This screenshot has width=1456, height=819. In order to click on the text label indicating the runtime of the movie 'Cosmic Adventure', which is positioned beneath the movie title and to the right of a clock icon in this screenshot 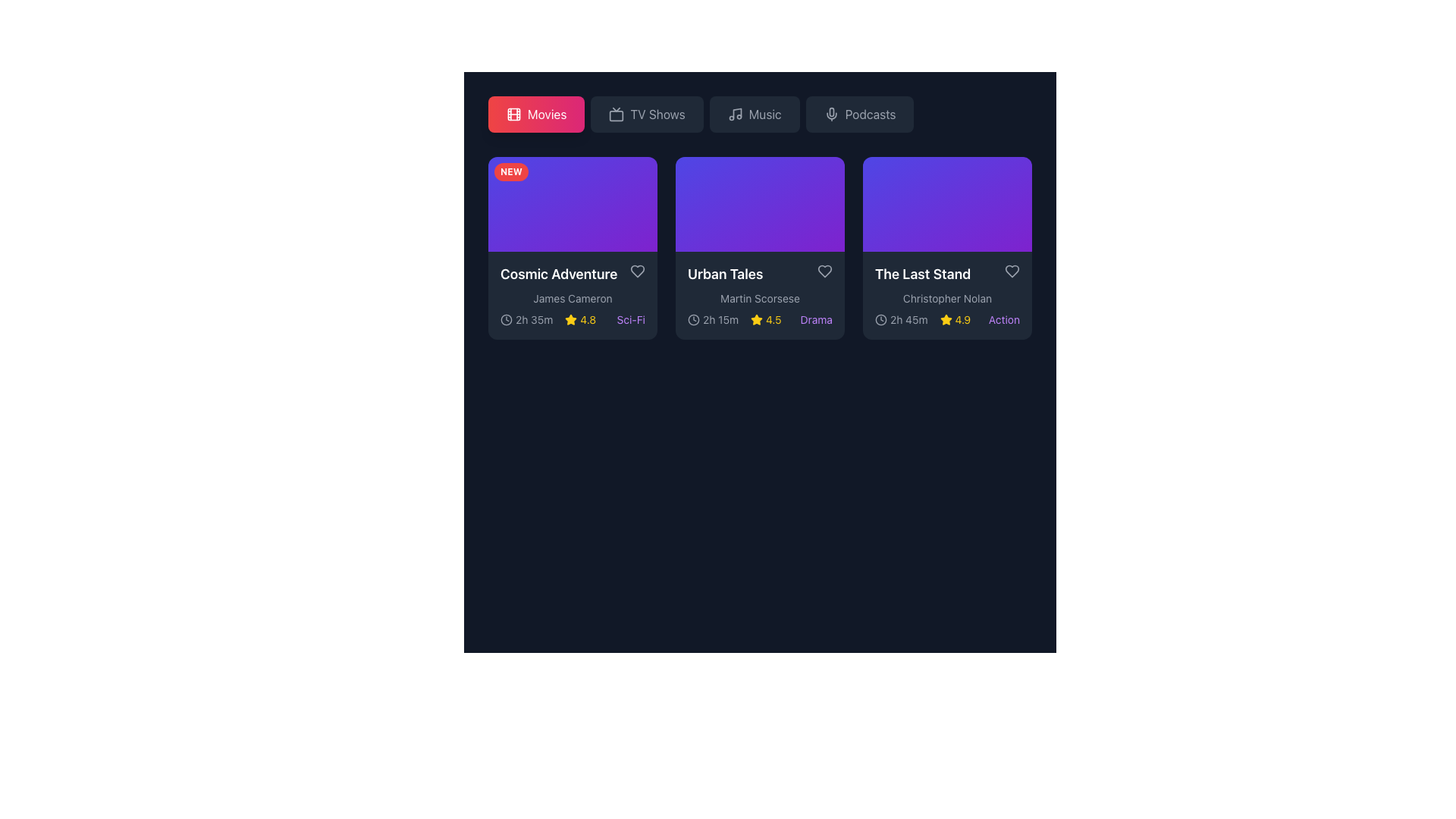, I will do `click(534, 319)`.